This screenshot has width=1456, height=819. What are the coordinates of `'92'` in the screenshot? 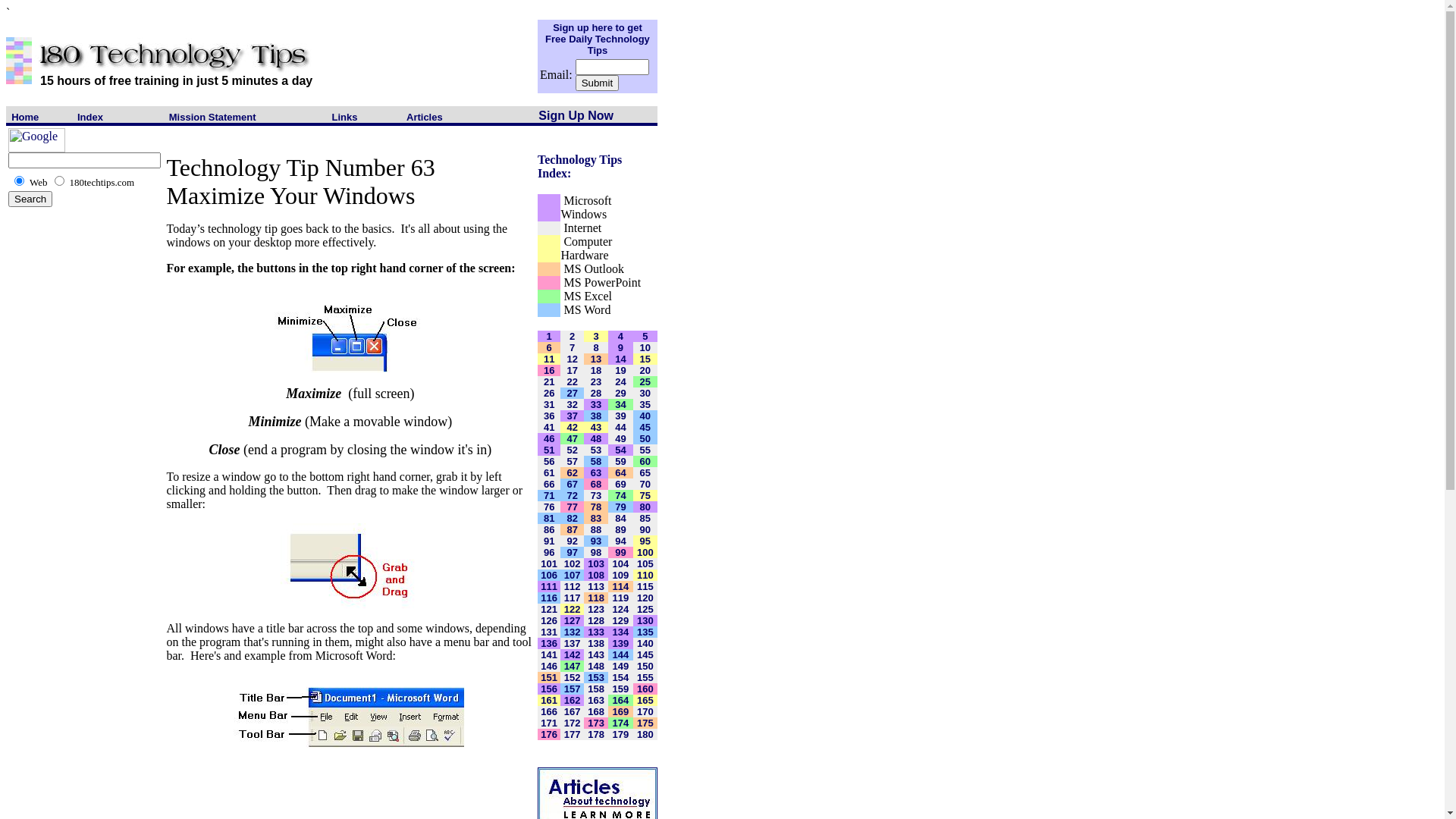 It's located at (570, 539).